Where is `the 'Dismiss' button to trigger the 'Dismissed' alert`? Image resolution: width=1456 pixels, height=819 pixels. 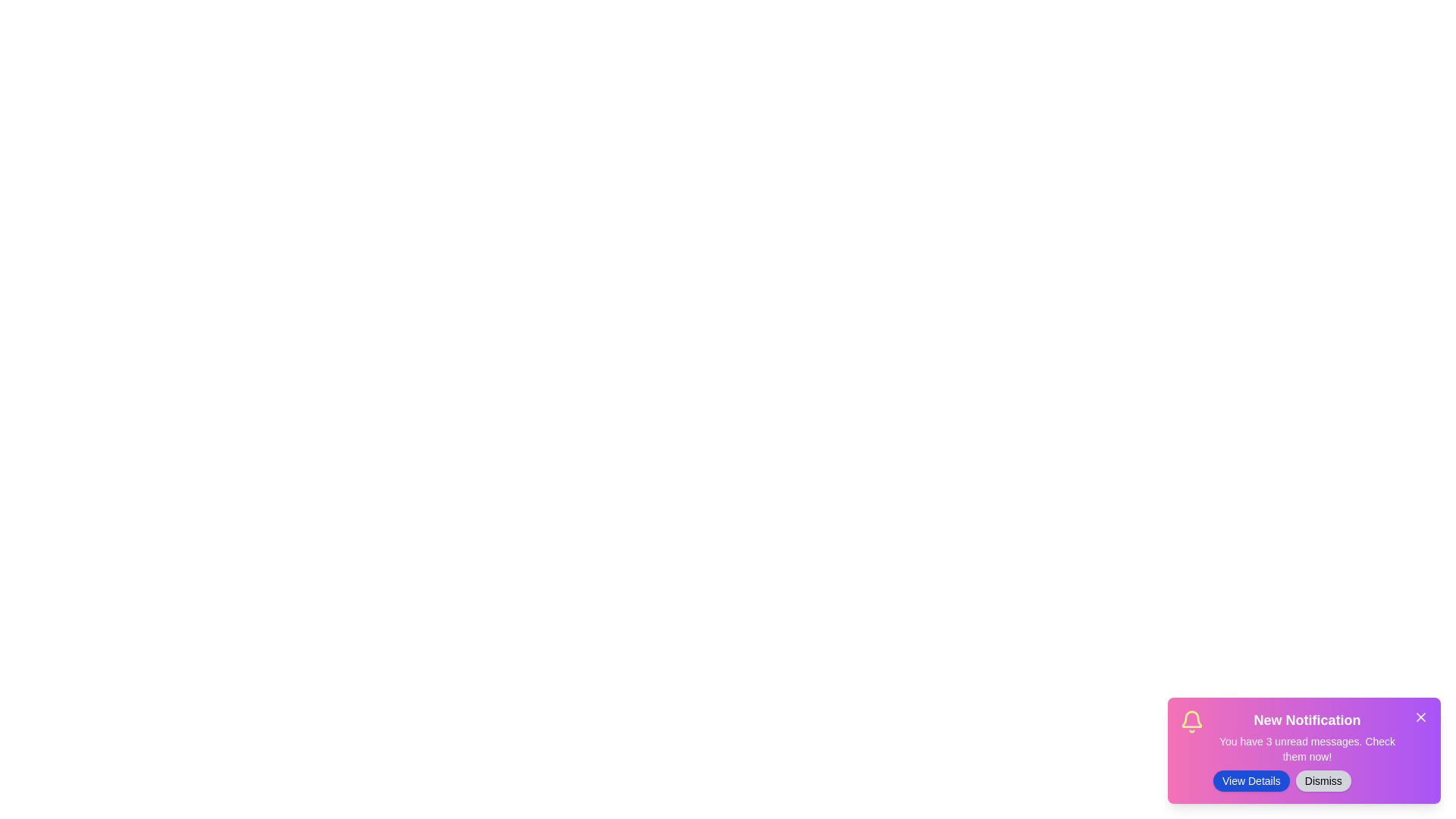
the 'Dismiss' button to trigger the 'Dismissed' alert is located at coordinates (1323, 780).